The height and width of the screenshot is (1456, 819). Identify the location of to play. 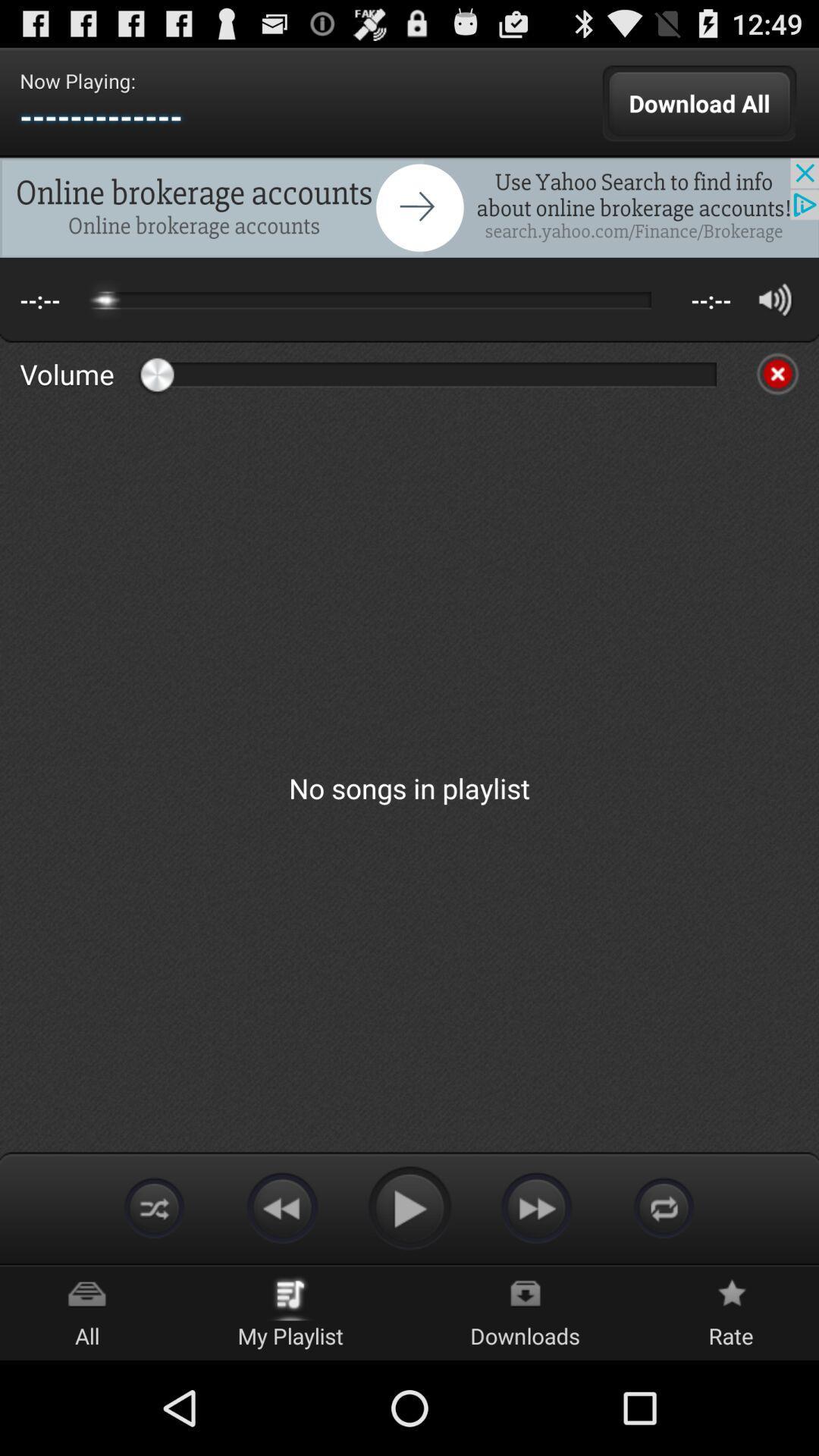
(409, 1207).